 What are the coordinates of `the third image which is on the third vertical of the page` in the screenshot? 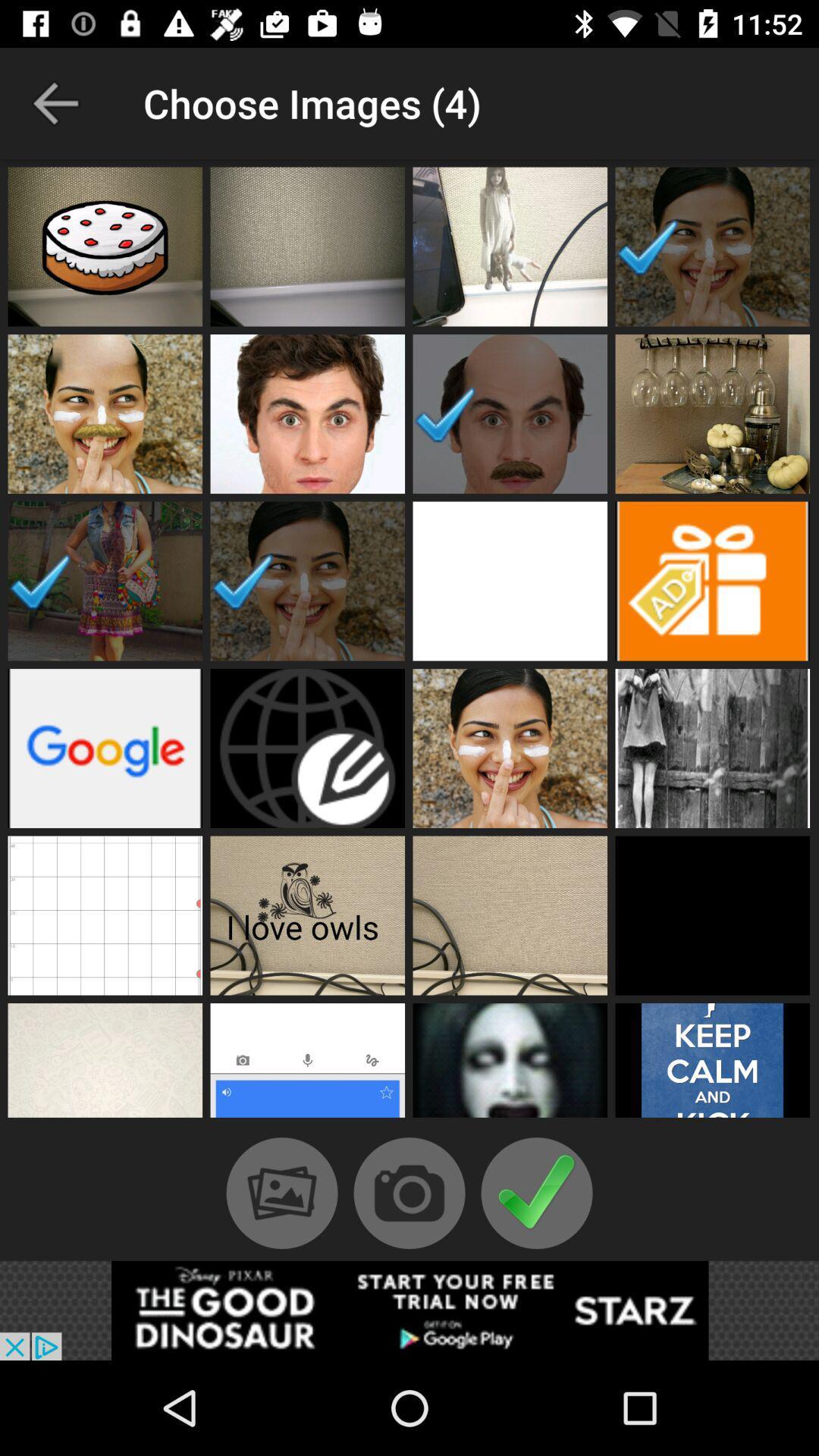 It's located at (510, 581).